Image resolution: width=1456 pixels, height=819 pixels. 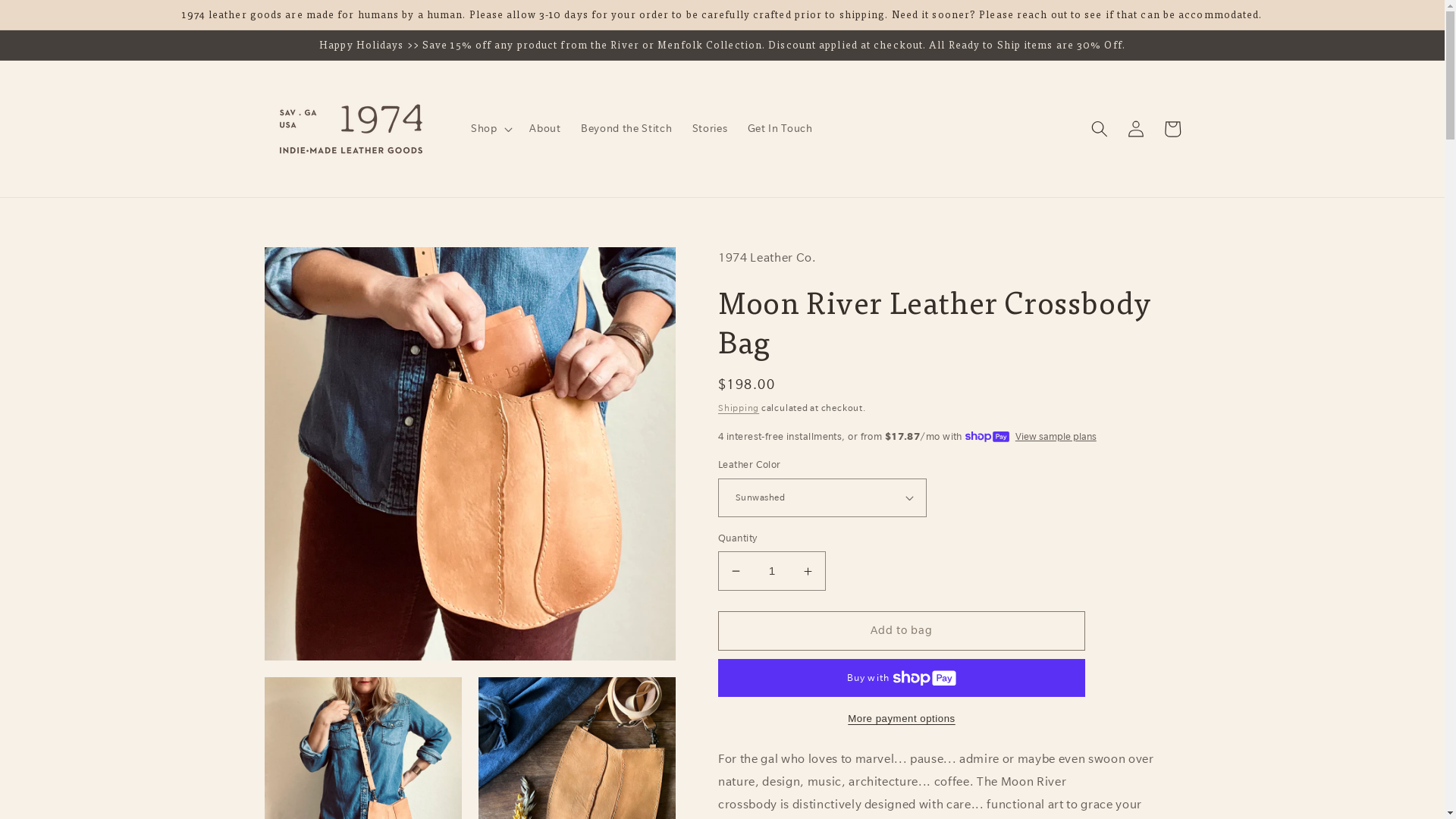 I want to click on 'Stories', so click(x=709, y=127).